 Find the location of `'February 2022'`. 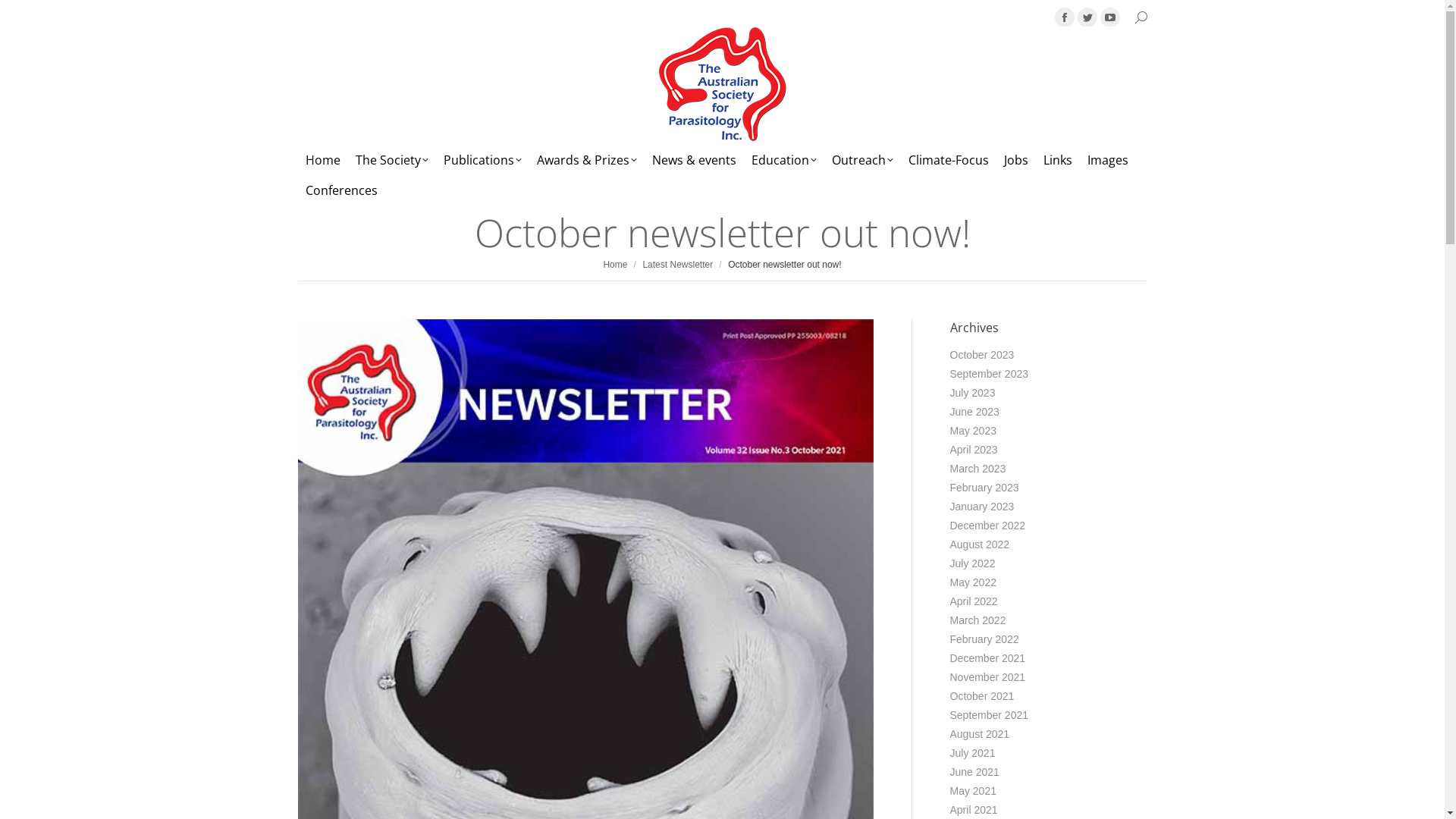

'February 2022' is located at coordinates (984, 639).